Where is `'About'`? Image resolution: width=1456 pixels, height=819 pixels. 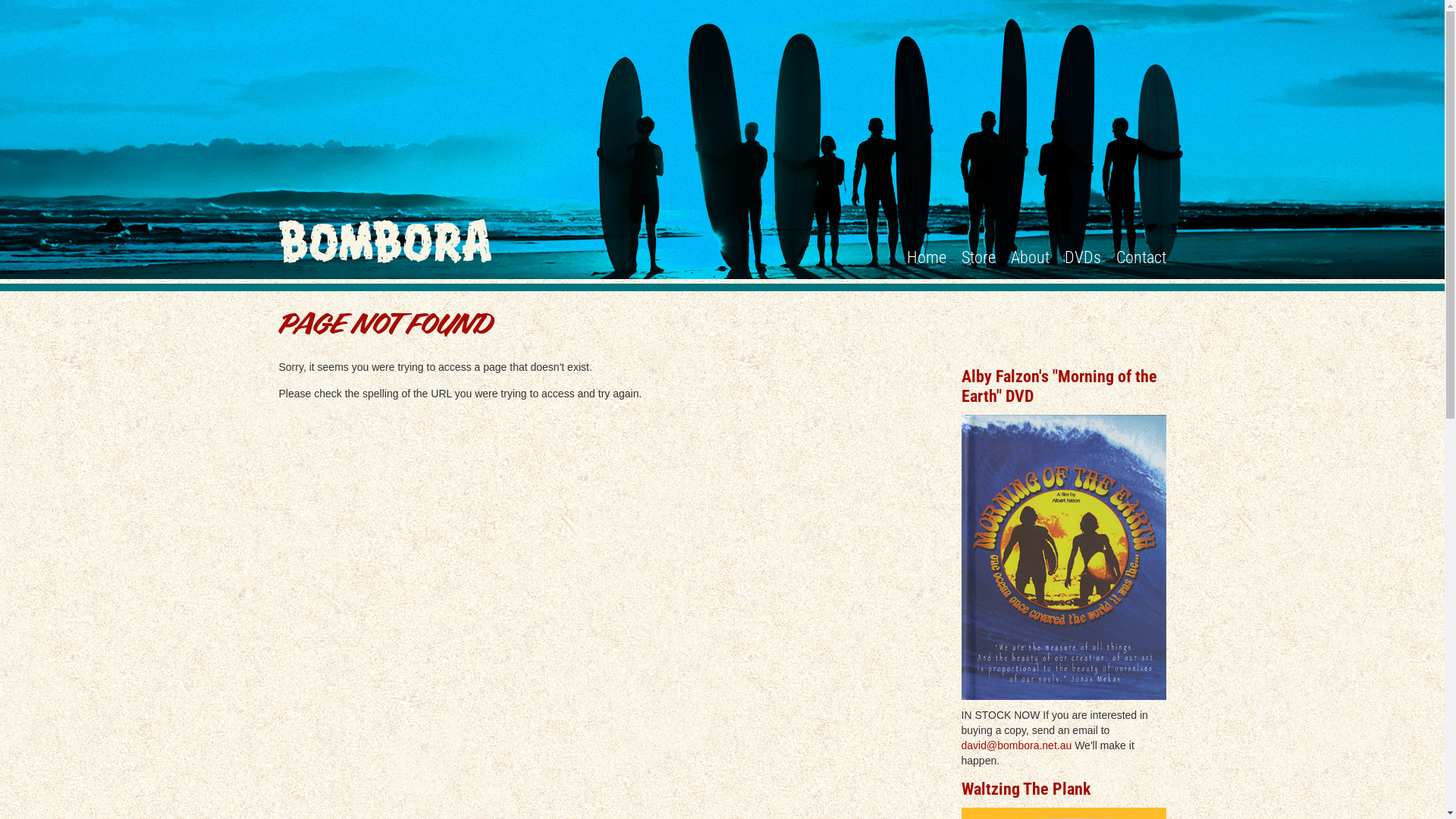
'About' is located at coordinates (1029, 256).